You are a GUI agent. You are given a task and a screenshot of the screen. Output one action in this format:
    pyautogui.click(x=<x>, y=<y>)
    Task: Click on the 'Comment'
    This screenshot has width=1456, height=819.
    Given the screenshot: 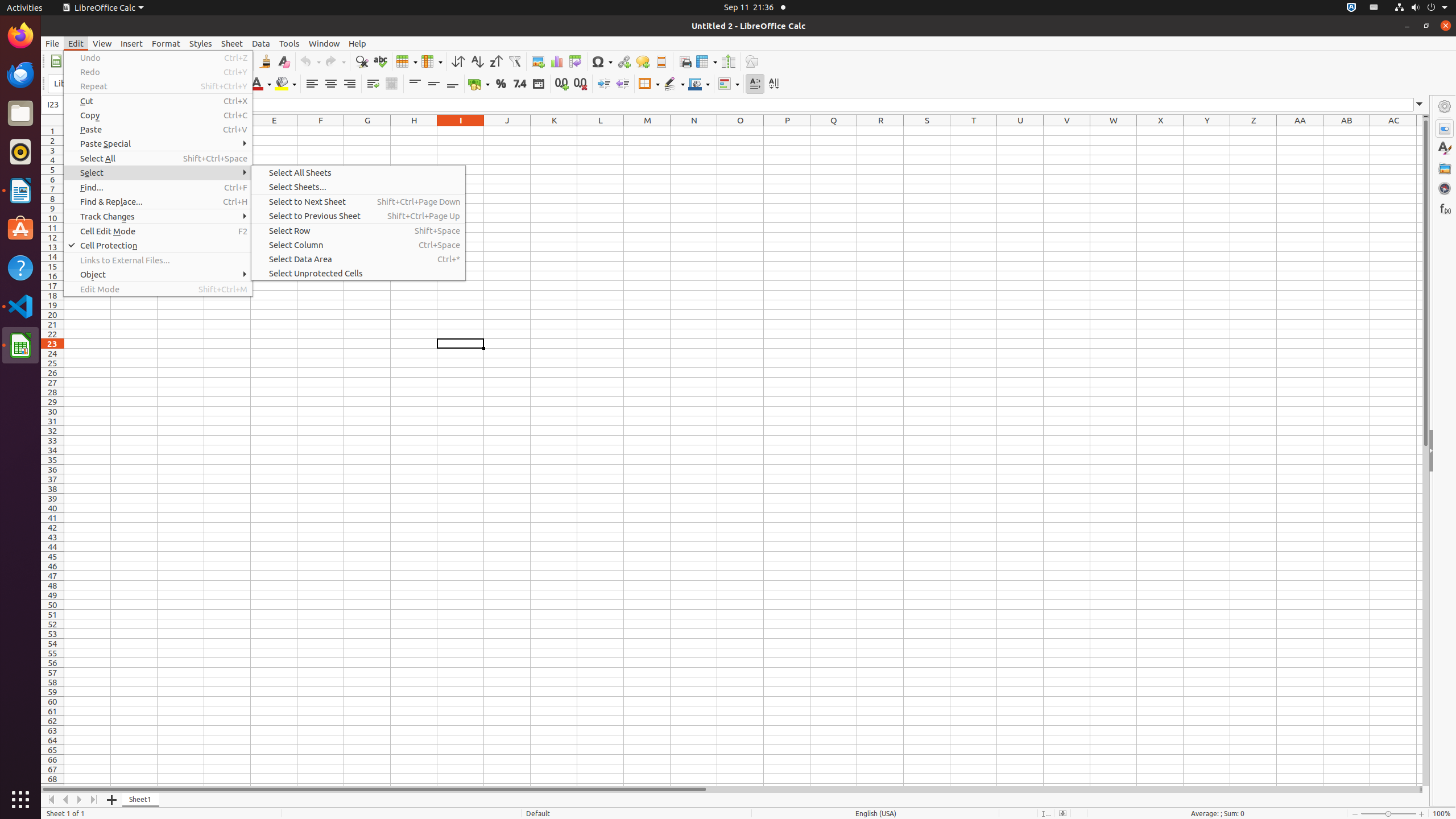 What is the action you would take?
    pyautogui.click(x=642, y=61)
    